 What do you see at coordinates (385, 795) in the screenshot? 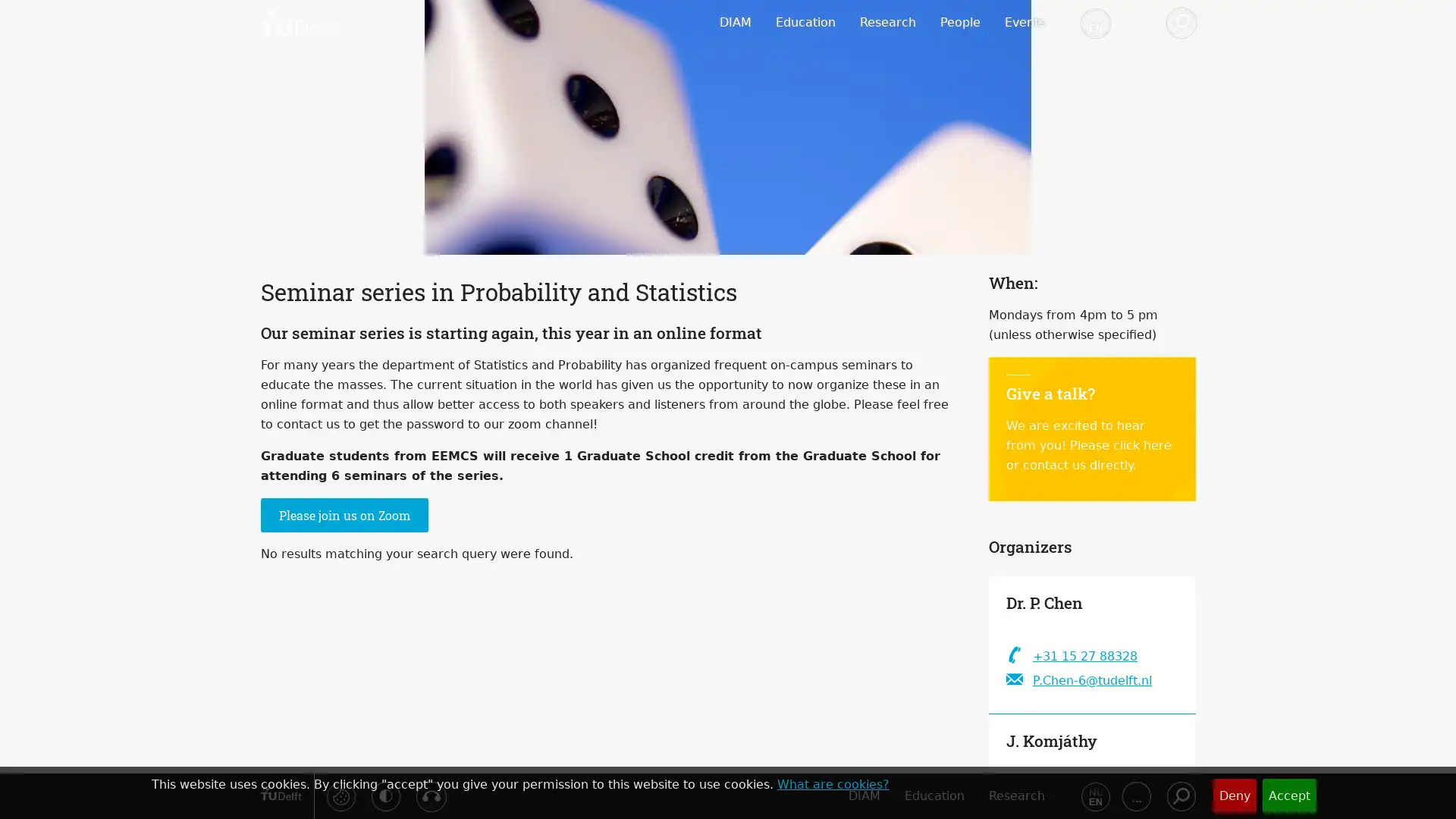
I see `Activate high contrast` at bounding box center [385, 795].